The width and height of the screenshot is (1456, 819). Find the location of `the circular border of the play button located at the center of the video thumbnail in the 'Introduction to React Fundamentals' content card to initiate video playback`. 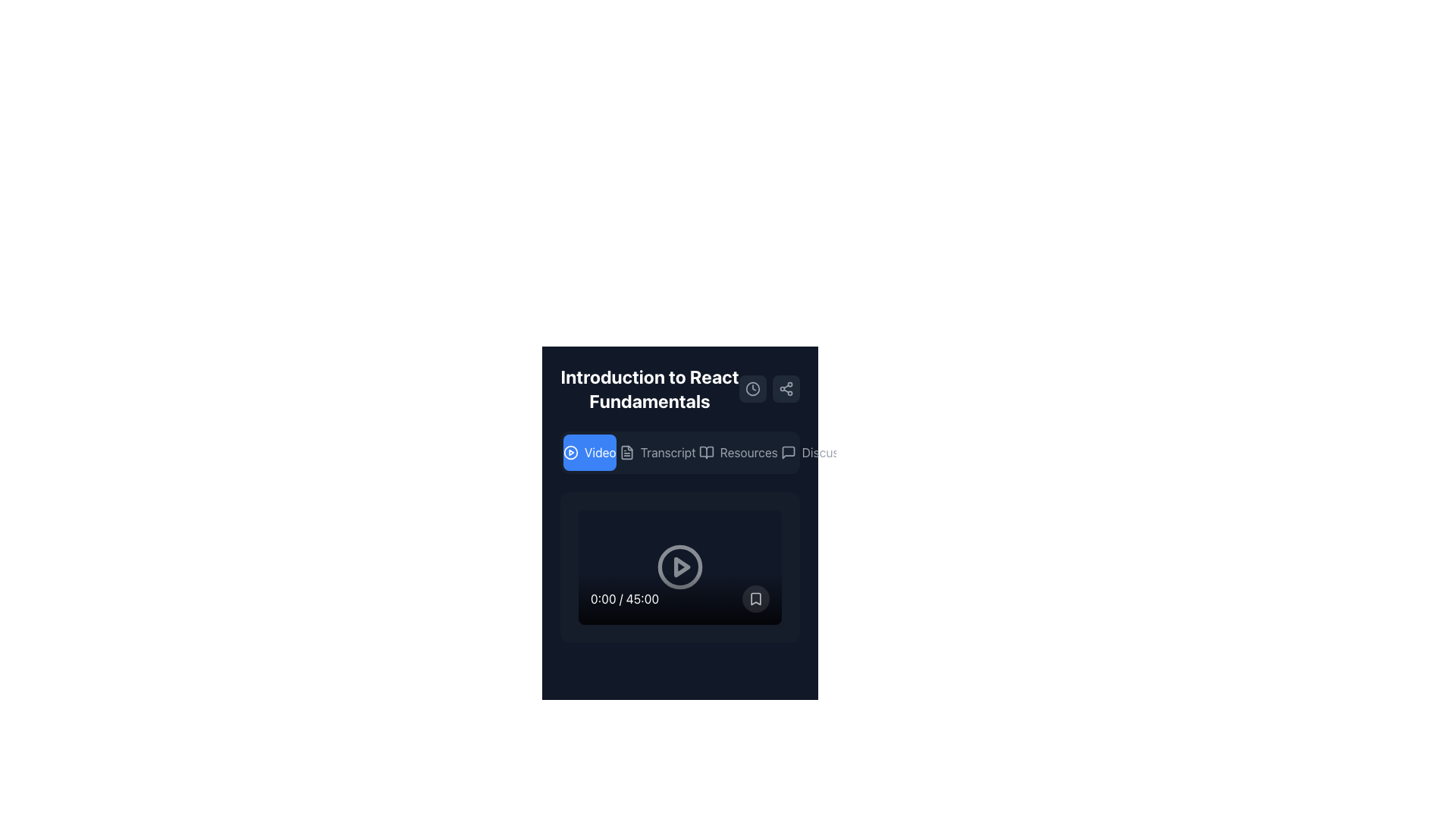

the circular border of the play button located at the center of the video thumbnail in the 'Introduction to React Fundamentals' content card to initiate video playback is located at coordinates (679, 567).